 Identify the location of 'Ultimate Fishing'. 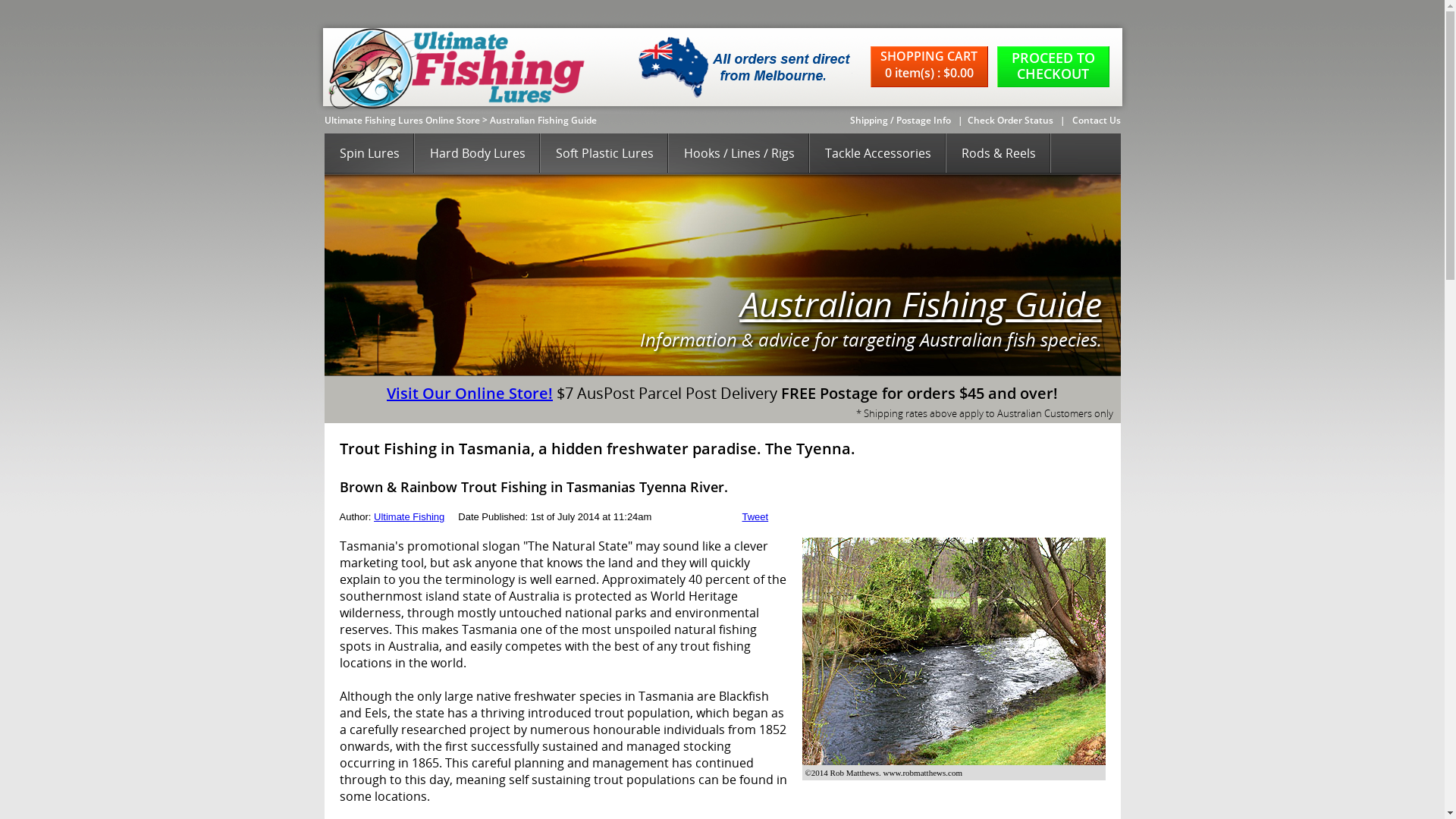
(409, 516).